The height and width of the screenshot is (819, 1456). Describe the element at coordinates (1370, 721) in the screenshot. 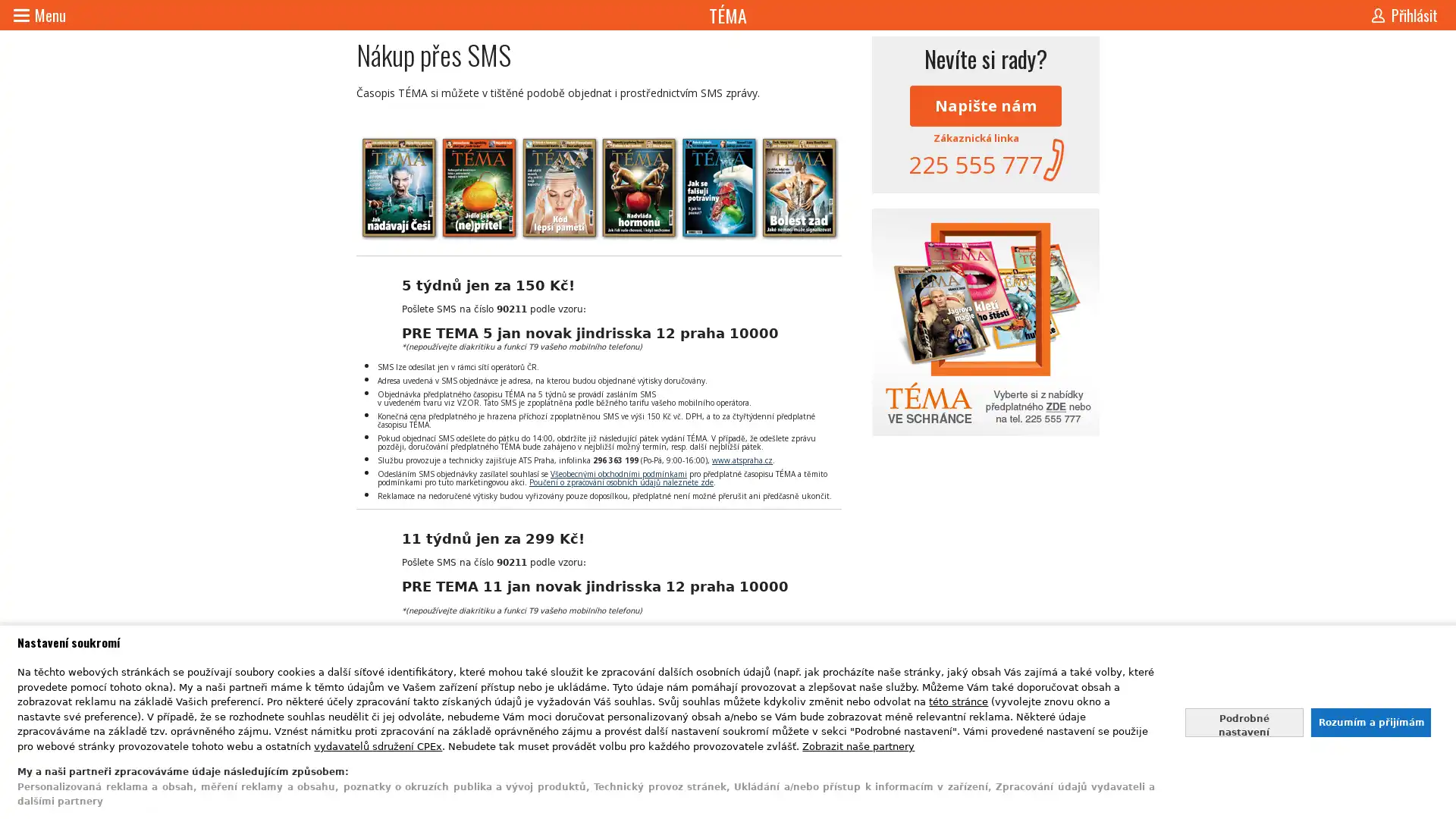

I see `Souhlasit s nasim zpracovanim udaju a zavrit` at that location.